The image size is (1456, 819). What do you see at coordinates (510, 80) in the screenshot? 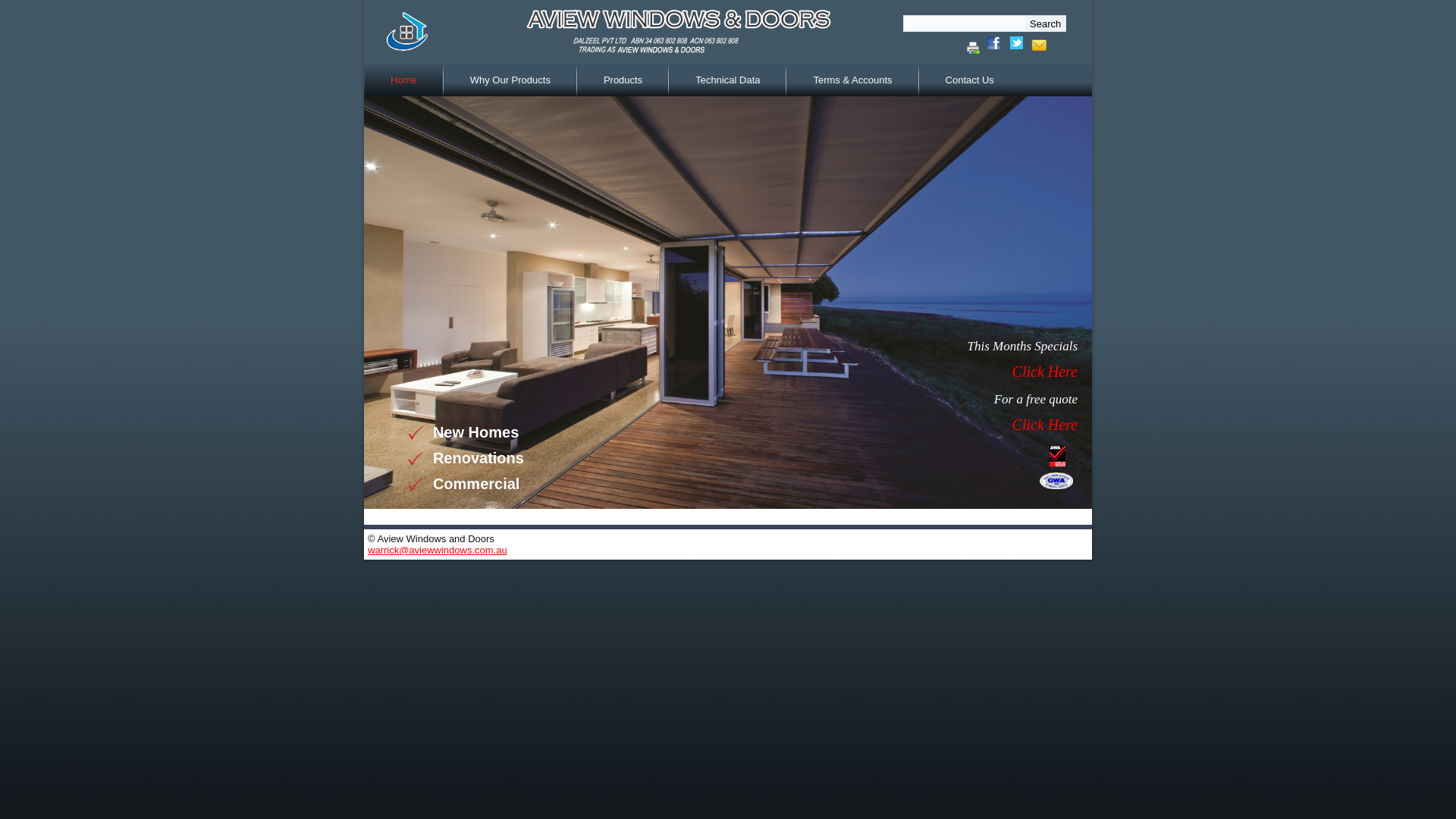
I see `'Why Our Products'` at bounding box center [510, 80].